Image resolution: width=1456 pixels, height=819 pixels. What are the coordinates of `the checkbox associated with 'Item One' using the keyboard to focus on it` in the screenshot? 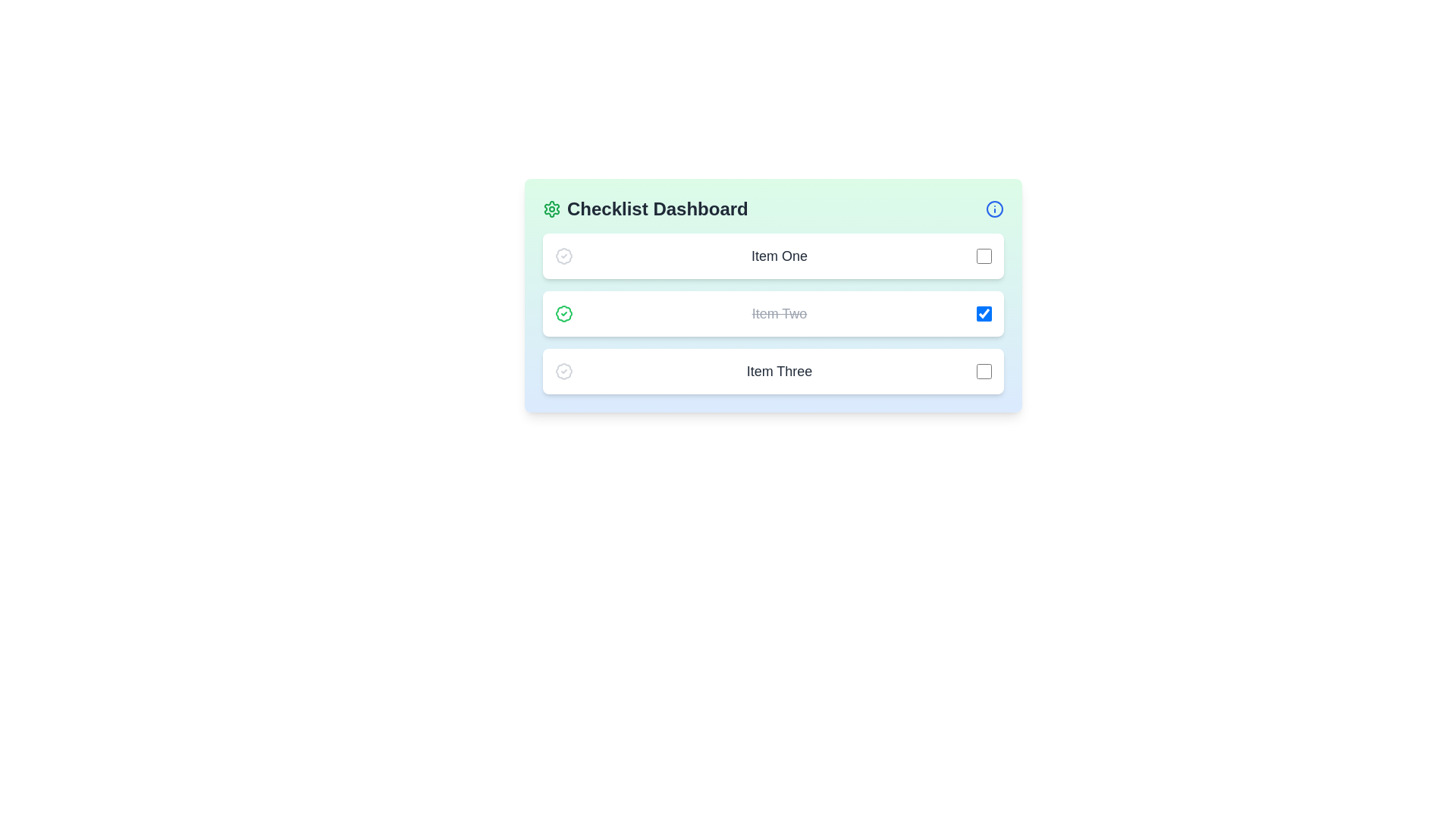 It's located at (984, 256).